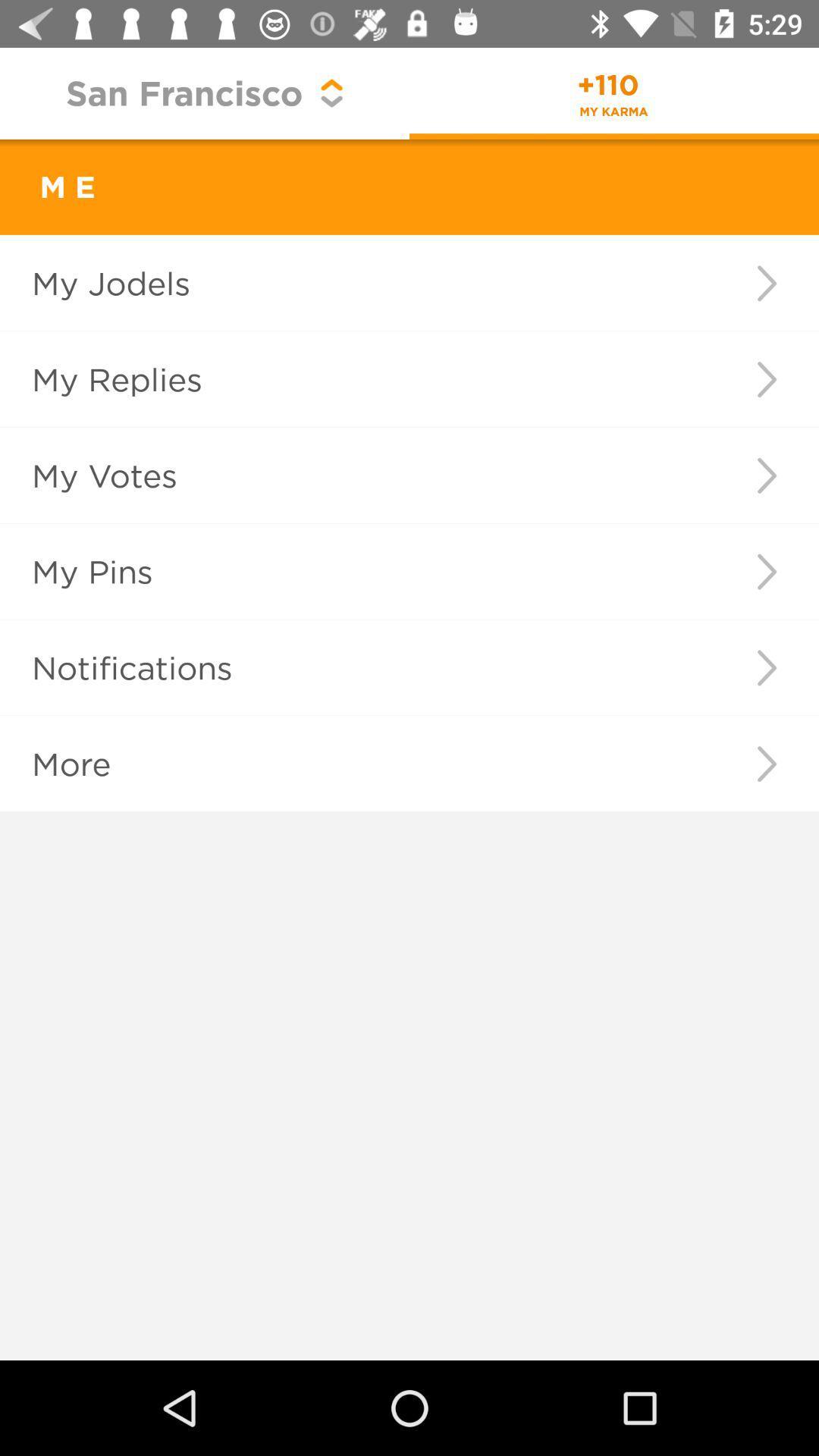 The image size is (819, 1456). I want to click on item above notifications item, so click(767, 570).